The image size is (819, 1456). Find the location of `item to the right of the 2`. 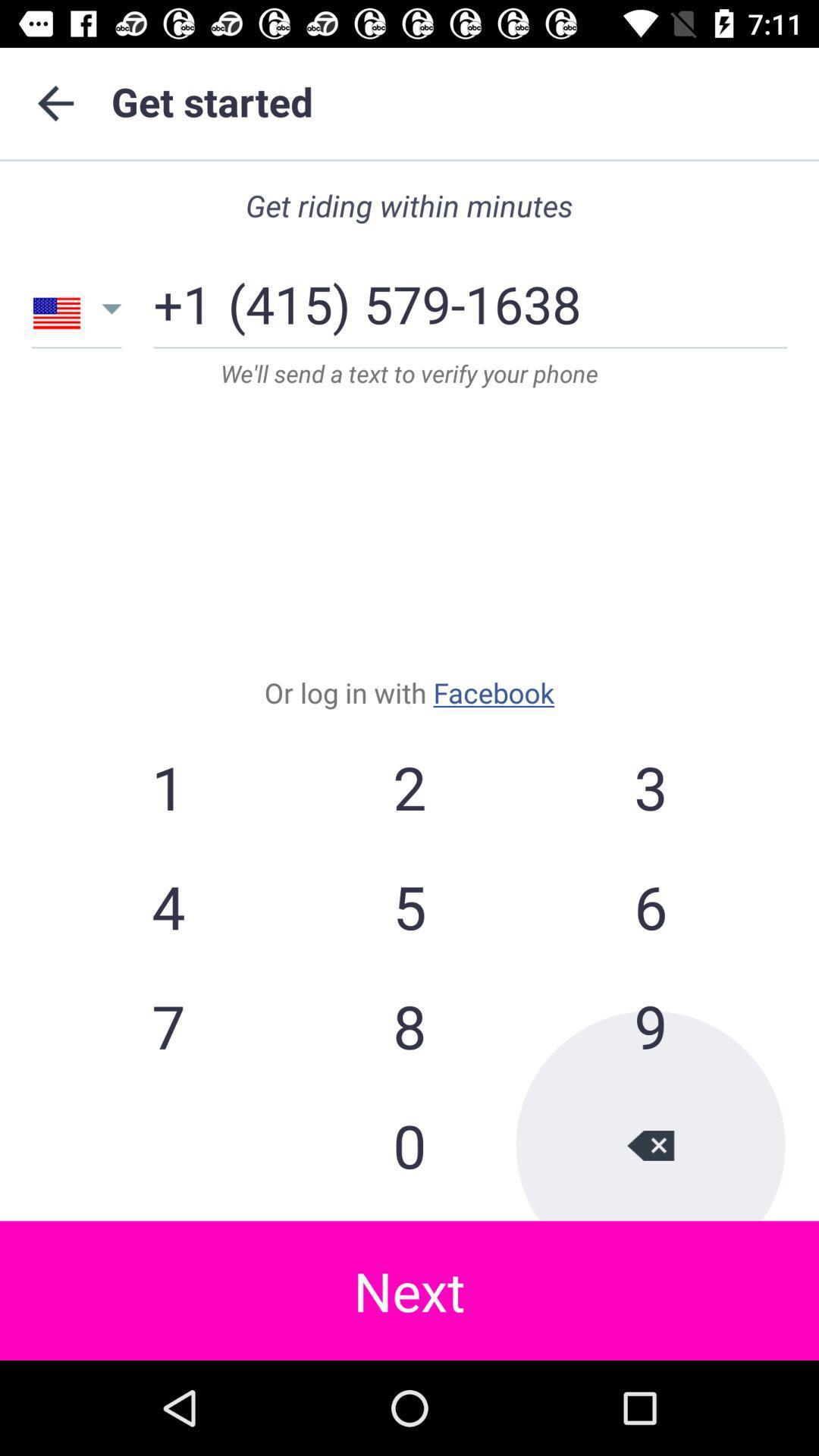

item to the right of the 2 is located at coordinates (649, 906).